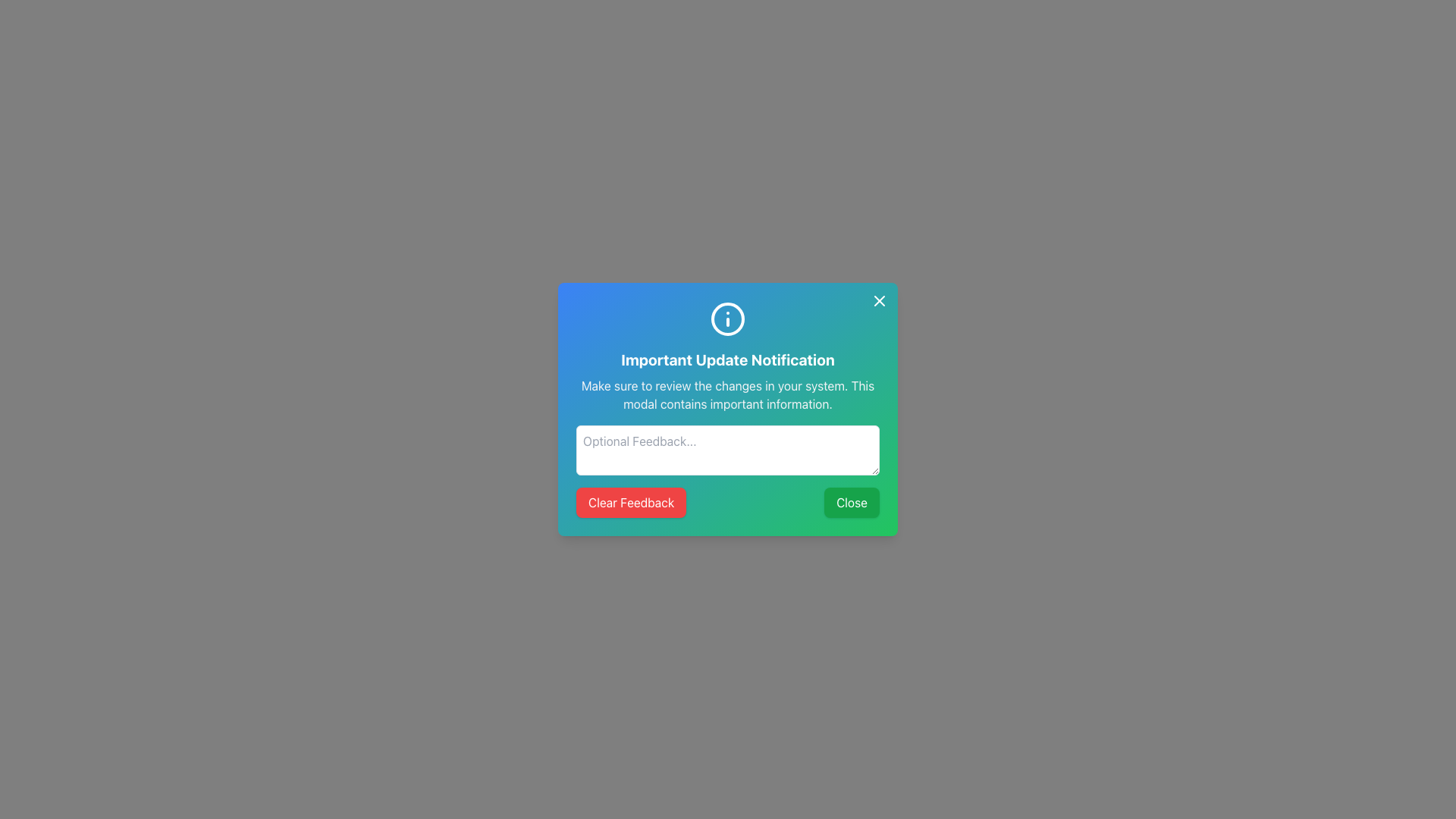  What do you see at coordinates (728, 318) in the screenshot?
I see `the information icon located in the top-center area of the modal, above the title 'Important Update Notification'` at bounding box center [728, 318].